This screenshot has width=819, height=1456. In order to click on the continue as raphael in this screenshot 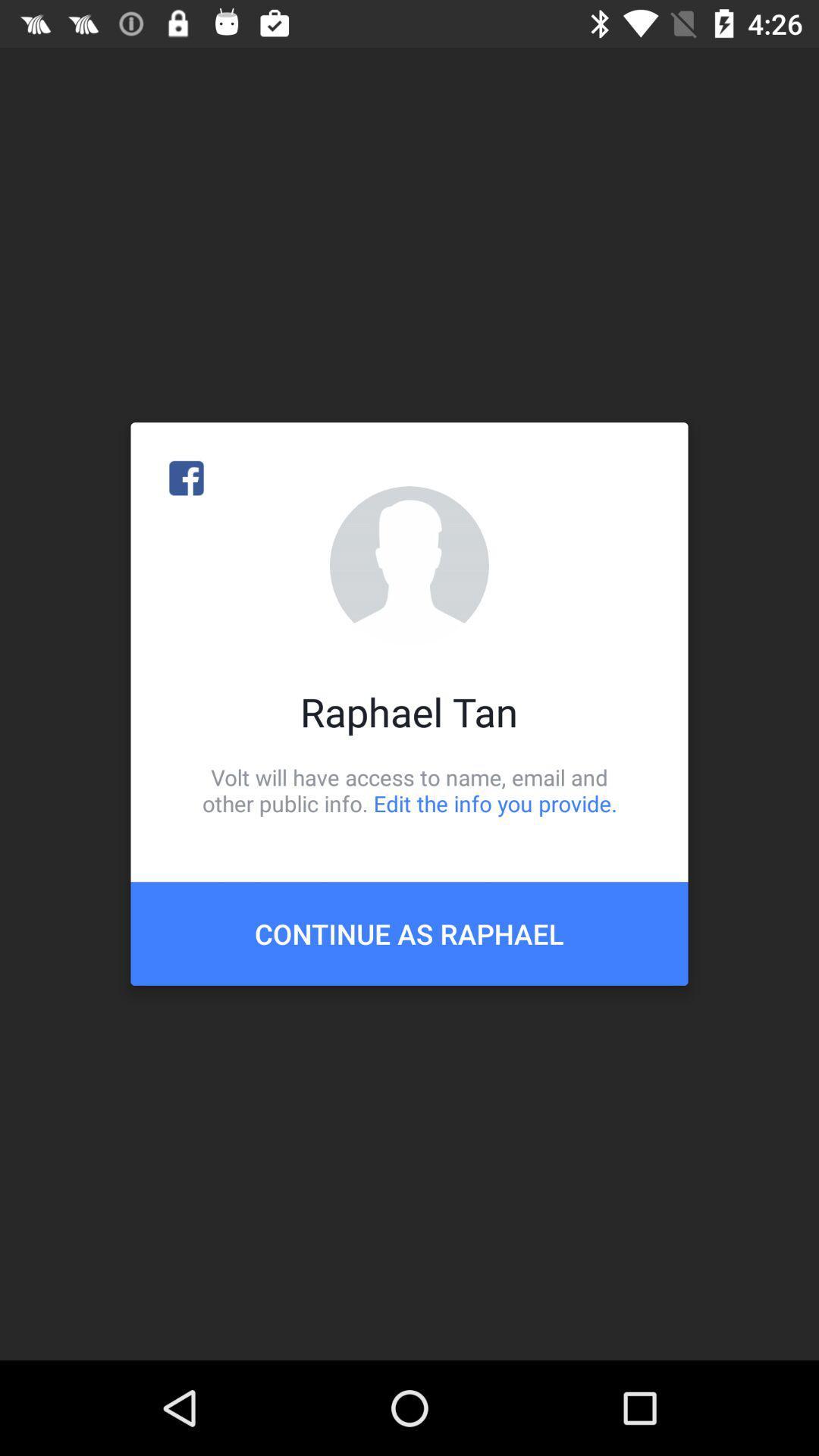, I will do `click(409, 933)`.